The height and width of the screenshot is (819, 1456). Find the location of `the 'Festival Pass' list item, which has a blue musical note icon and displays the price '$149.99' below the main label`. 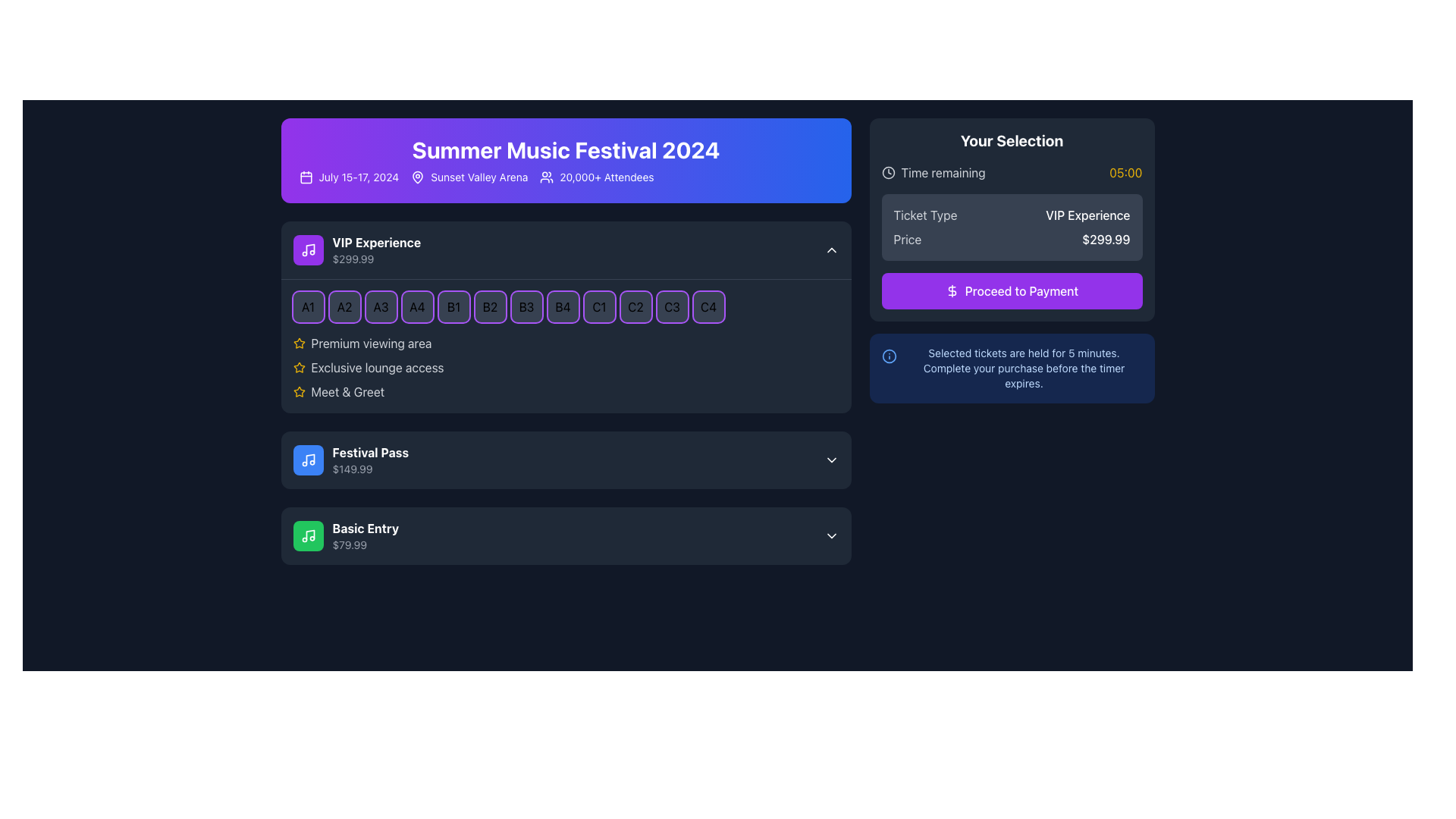

the 'Festival Pass' list item, which has a blue musical note icon and displays the price '$149.99' below the main label is located at coordinates (350, 459).